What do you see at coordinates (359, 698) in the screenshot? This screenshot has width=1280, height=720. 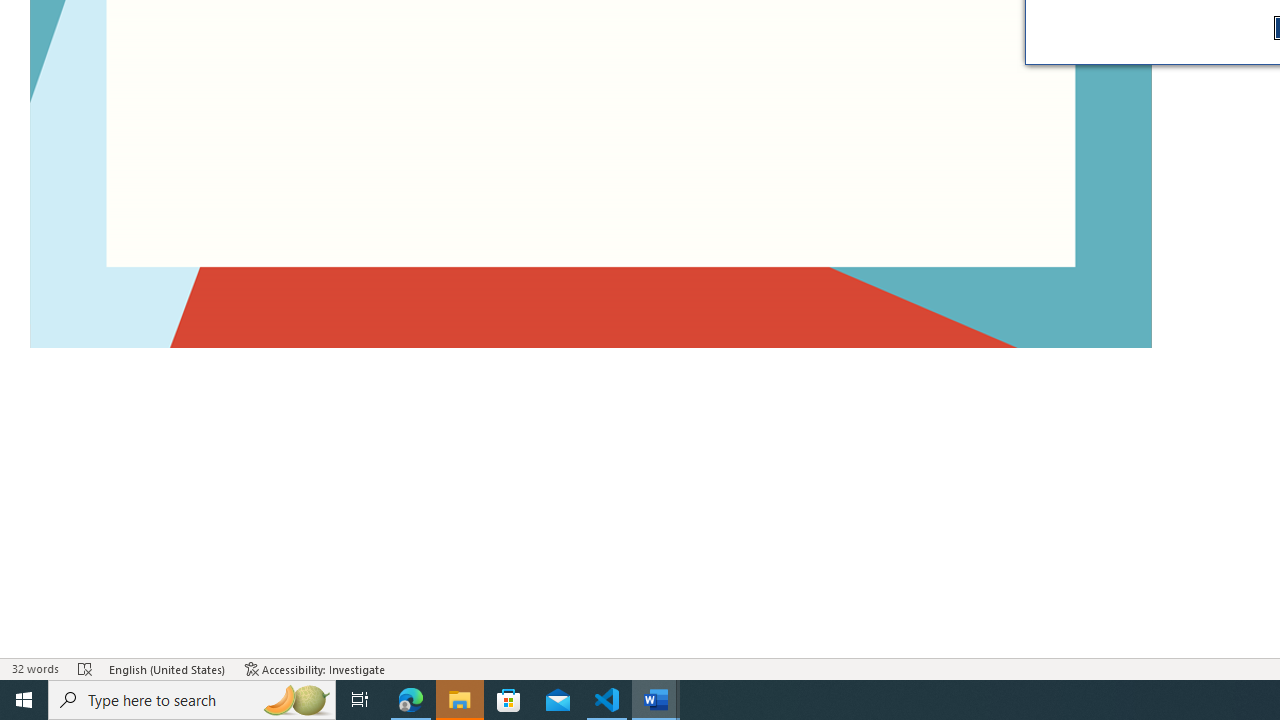 I see `'Task View'` at bounding box center [359, 698].